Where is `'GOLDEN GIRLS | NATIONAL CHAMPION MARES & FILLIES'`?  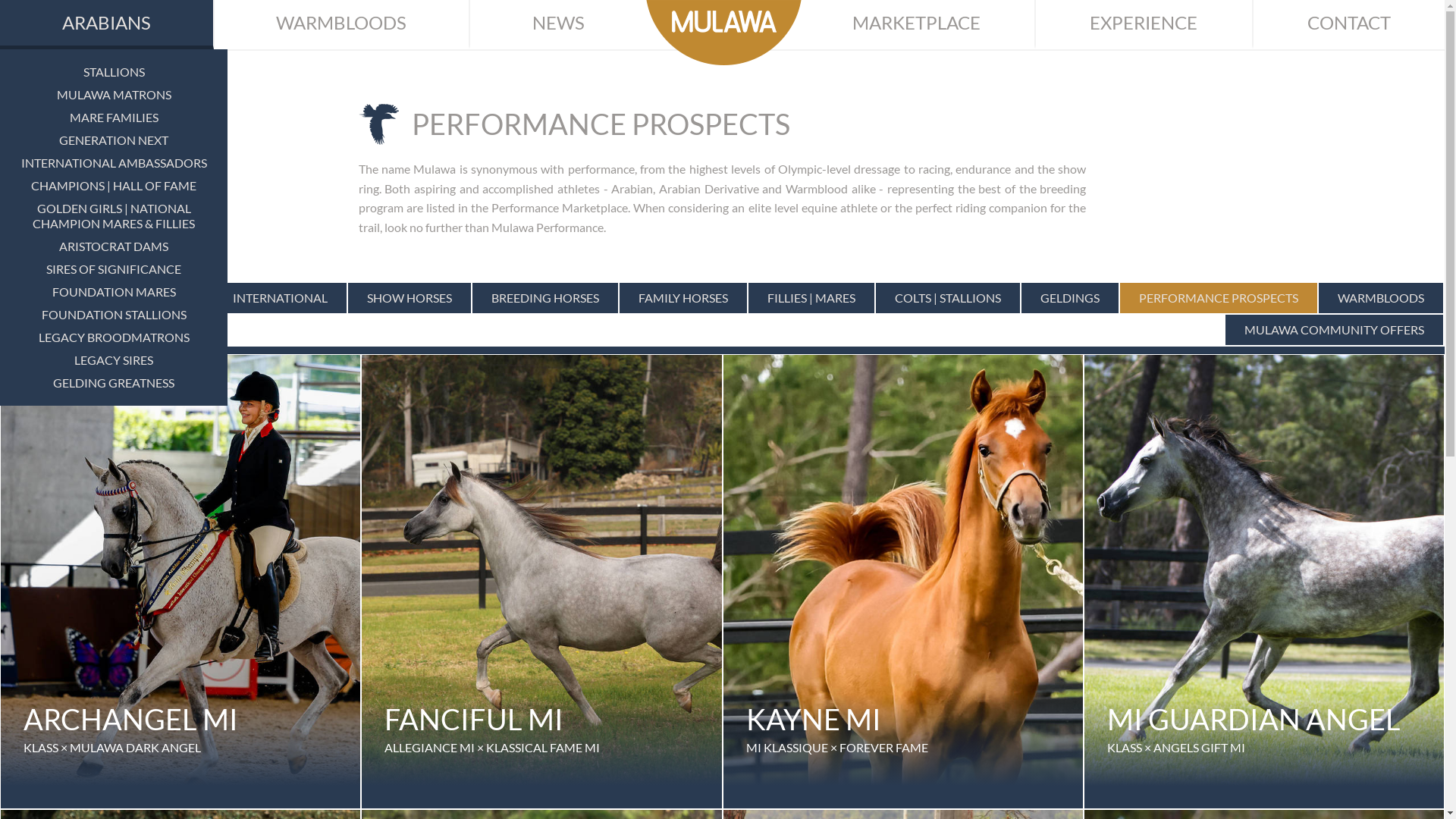
'GOLDEN GIRLS | NATIONAL CHAMPION MARES & FILLIES' is located at coordinates (112, 216).